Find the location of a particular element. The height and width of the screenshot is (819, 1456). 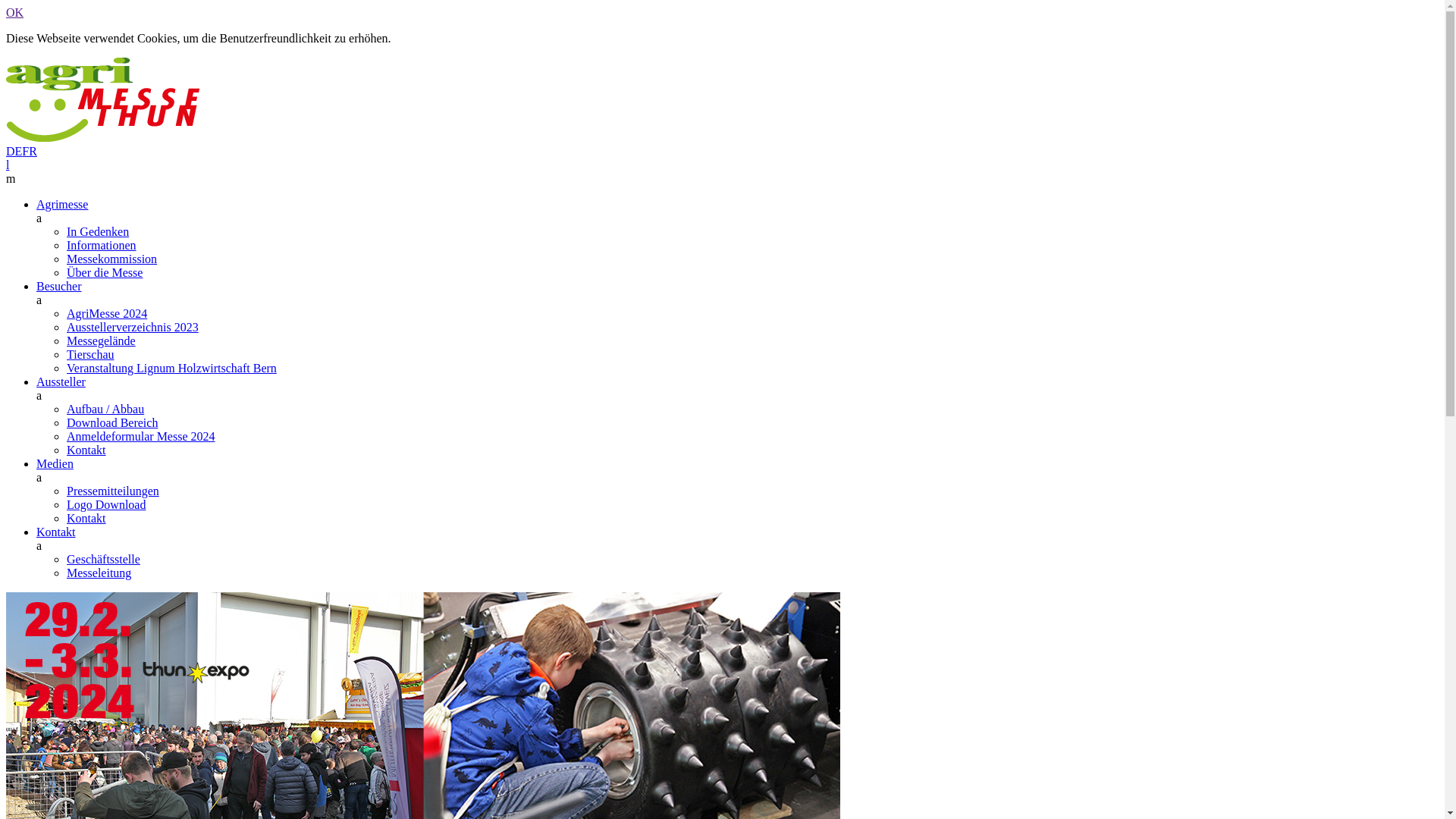

'Medien' is located at coordinates (36, 463).